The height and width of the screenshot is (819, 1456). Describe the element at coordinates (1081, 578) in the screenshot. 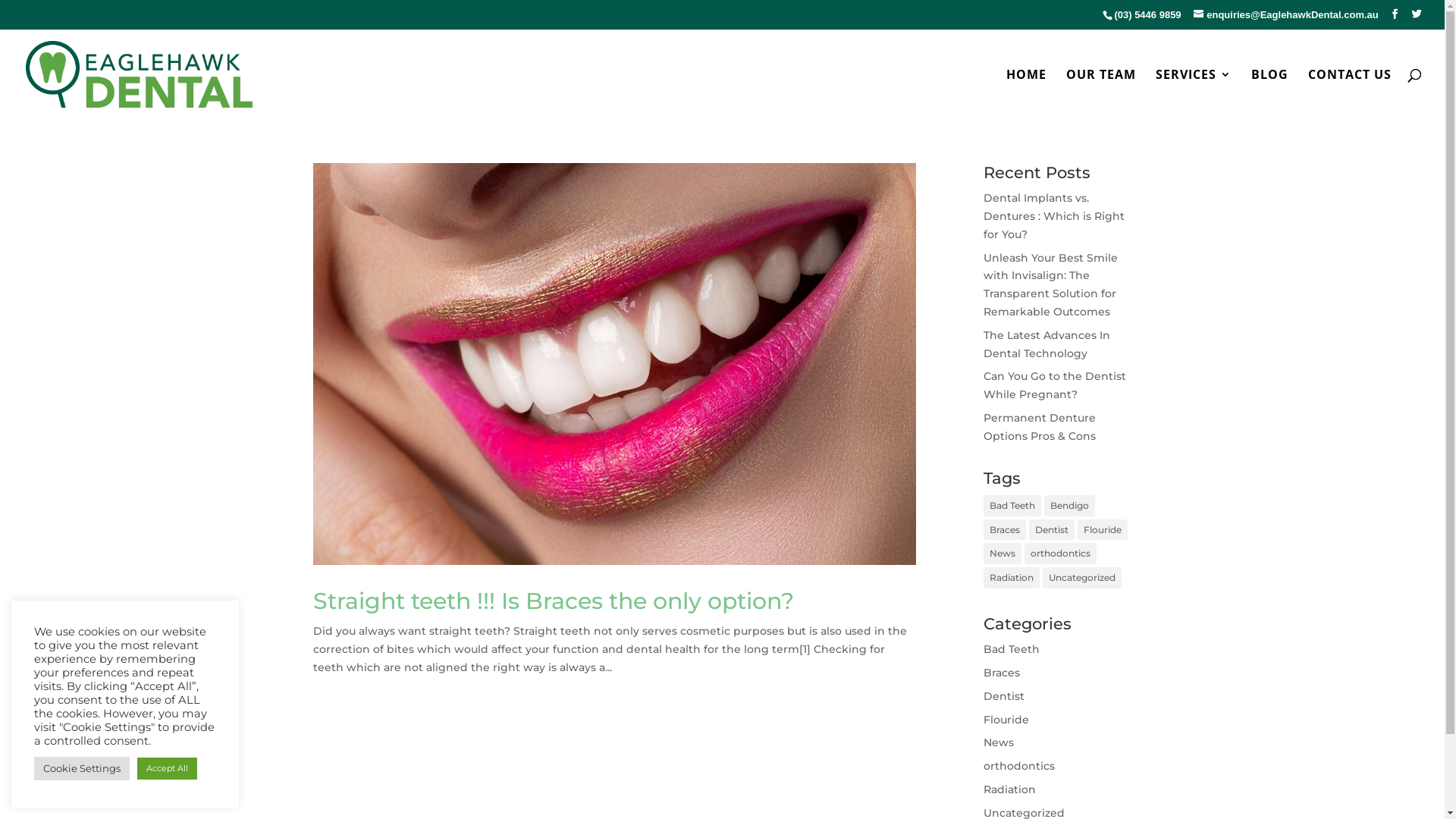

I see `'Uncategorized'` at that location.